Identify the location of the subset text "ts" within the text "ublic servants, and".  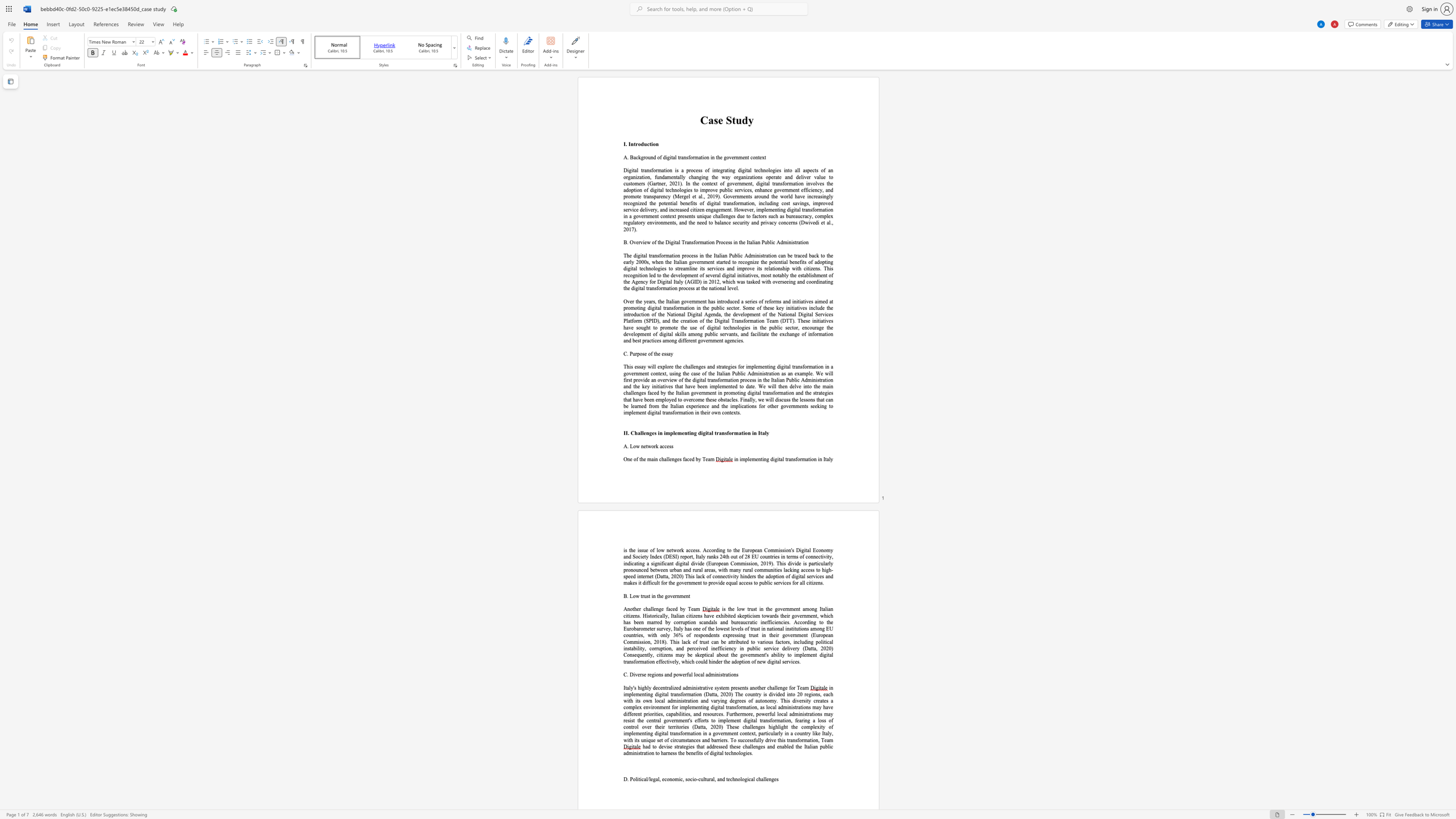
(733, 333).